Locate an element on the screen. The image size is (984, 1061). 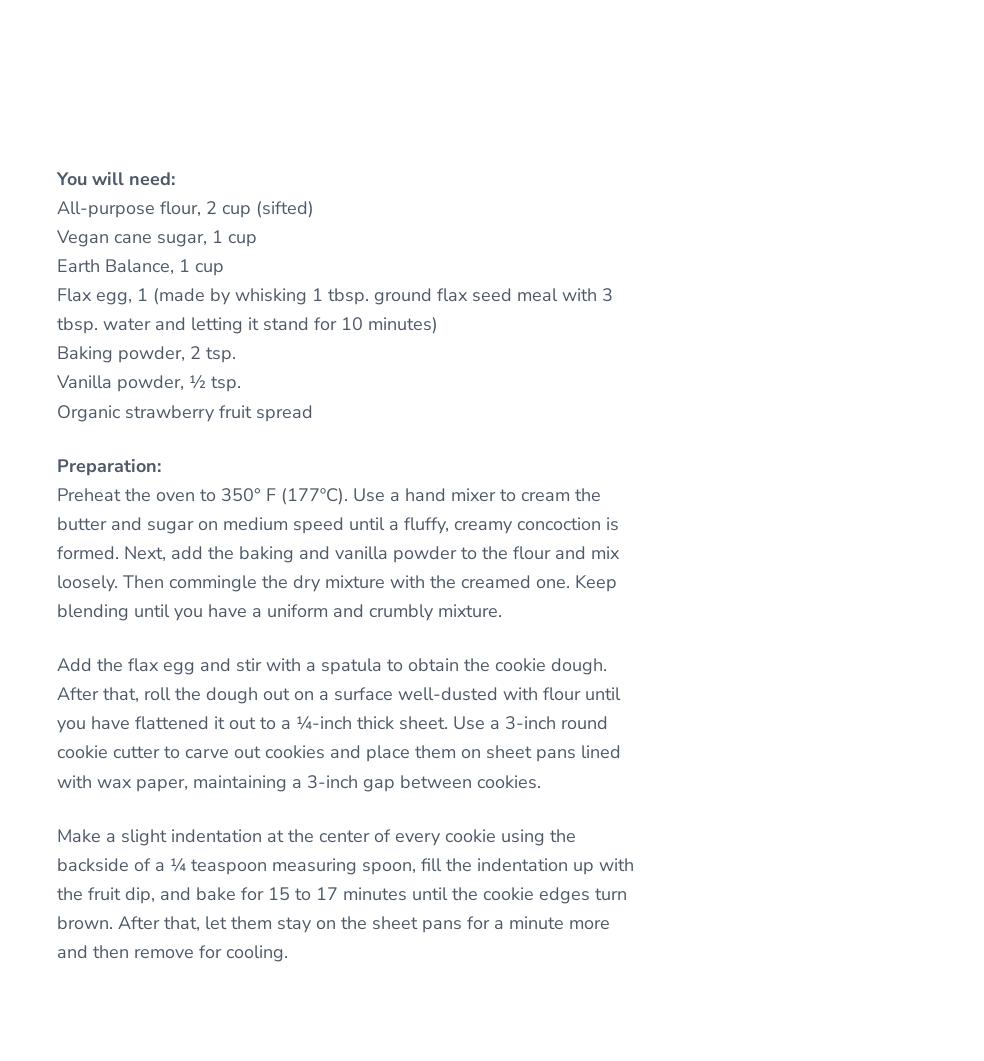
'Baking powder, 2 tsp.' is located at coordinates (146, 351).